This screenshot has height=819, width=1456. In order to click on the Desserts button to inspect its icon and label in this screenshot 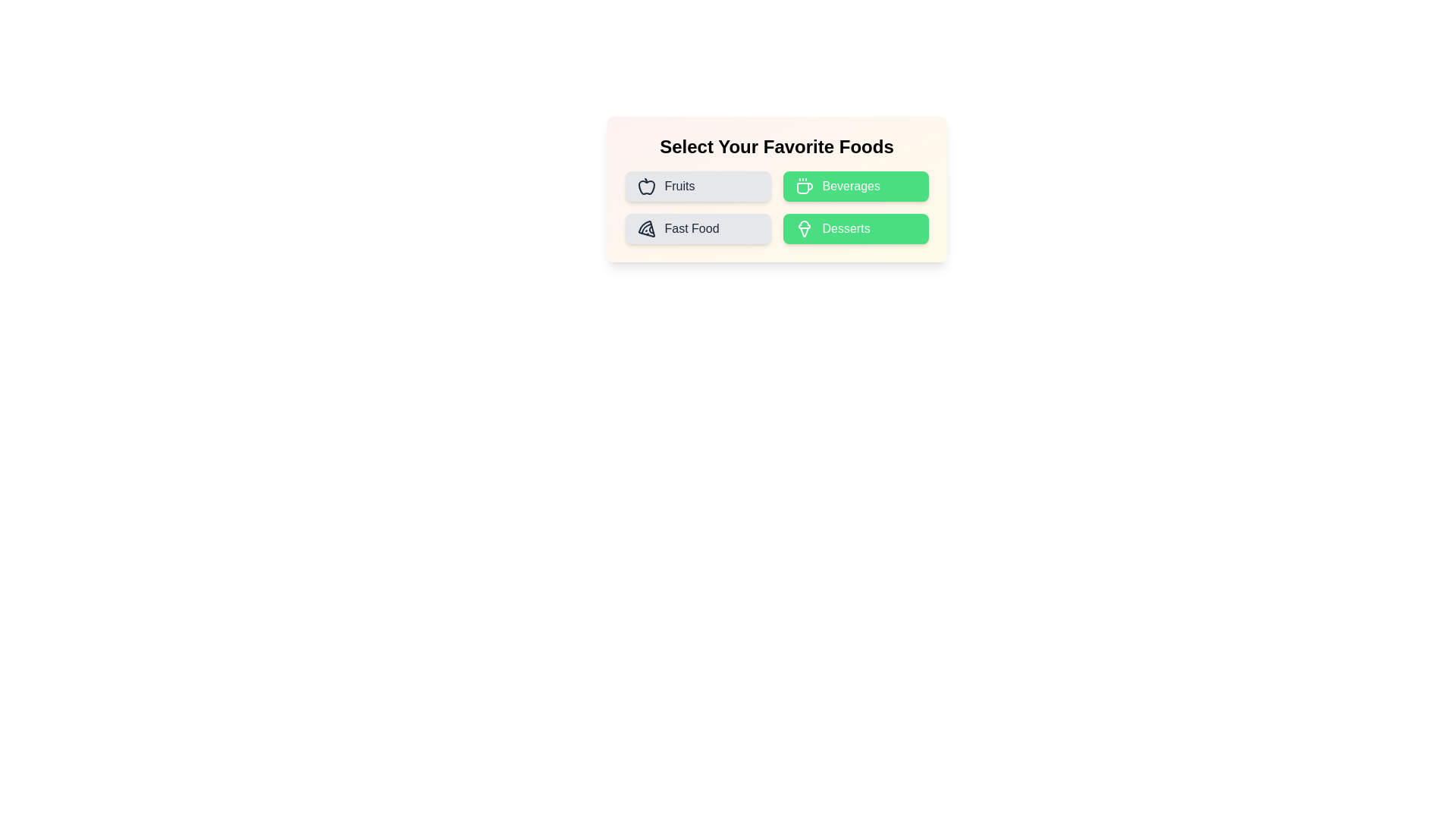, I will do `click(855, 228)`.